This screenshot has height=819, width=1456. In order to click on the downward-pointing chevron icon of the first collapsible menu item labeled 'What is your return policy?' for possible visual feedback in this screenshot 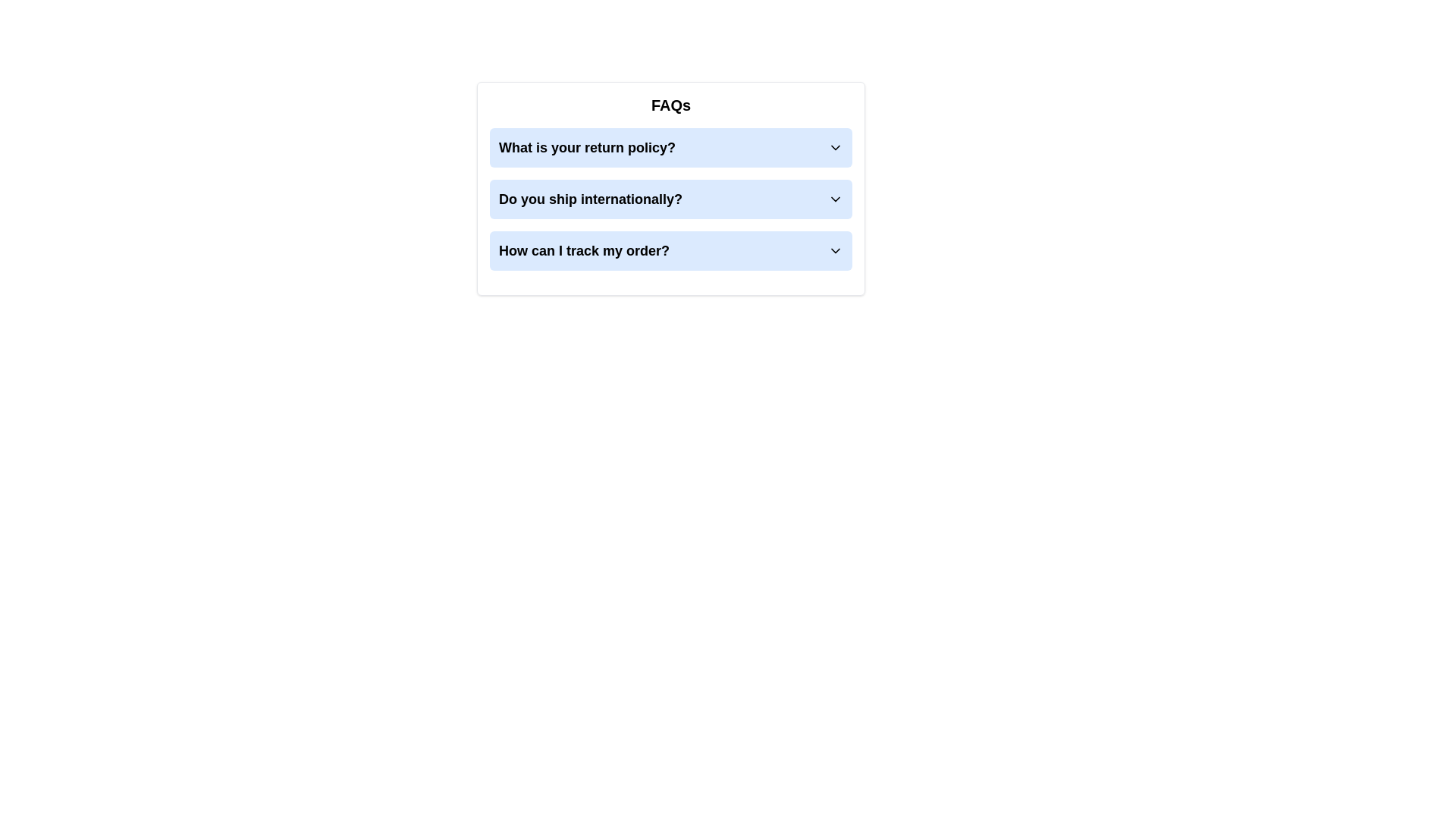, I will do `click(835, 148)`.